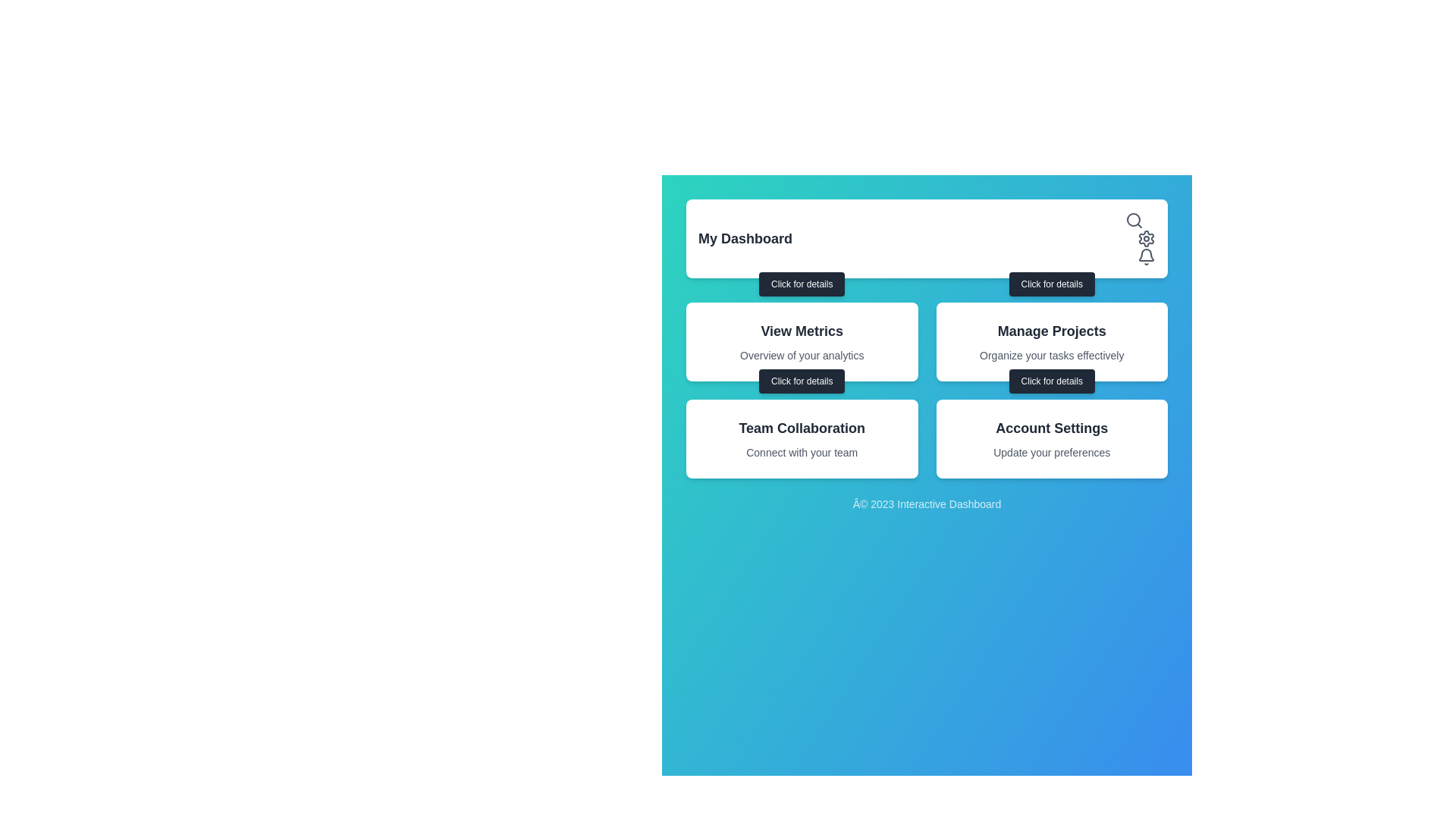 This screenshot has height=819, width=1456. I want to click on the Tooltip that provides additional information about the 'Manage Projects' section, located above the 'Manage Projects' panel, so click(1051, 284).